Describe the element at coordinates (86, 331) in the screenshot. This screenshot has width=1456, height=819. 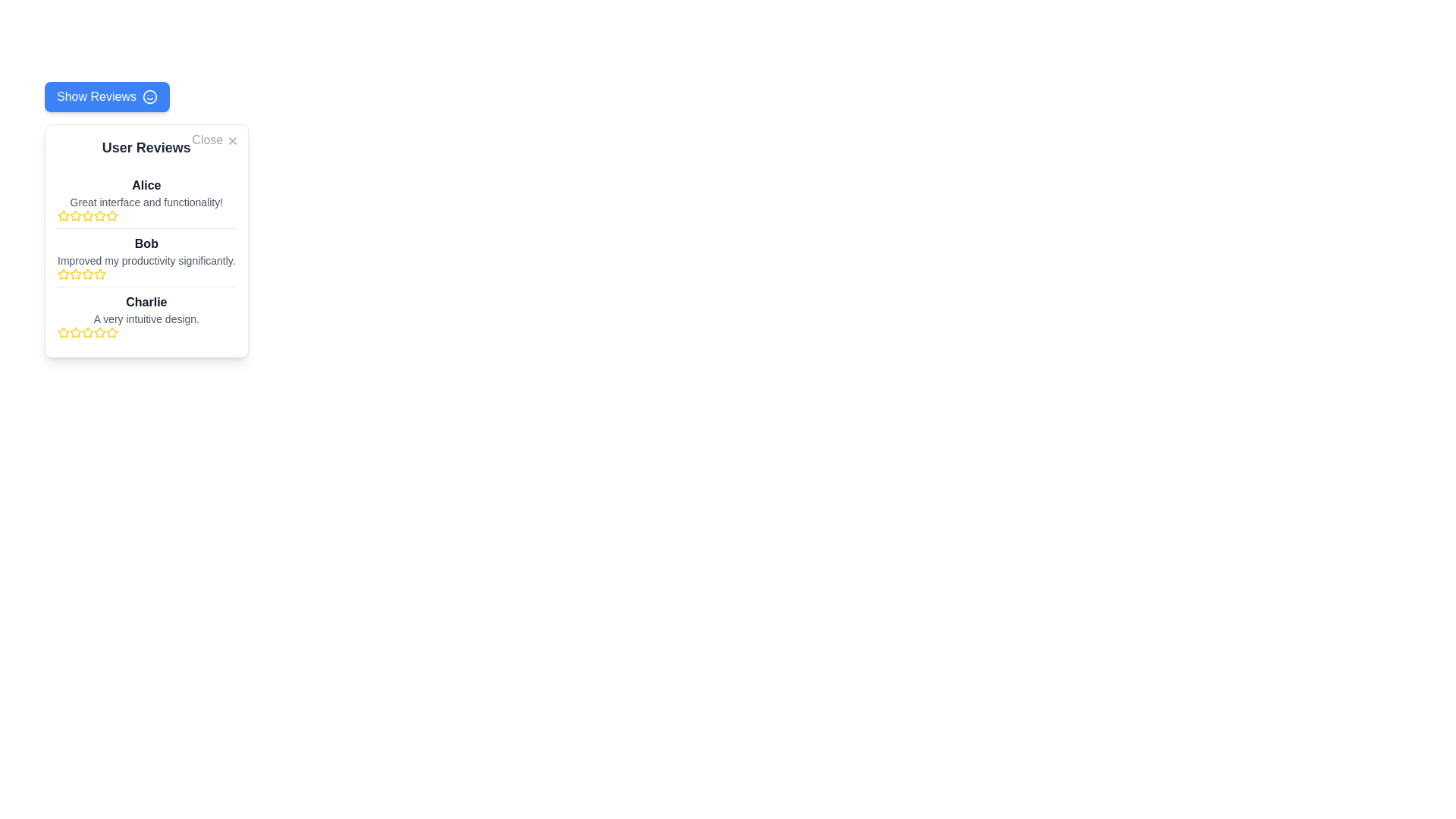
I see `the third yellow star icon in the User Reviews section for Charlie to rate his review` at that location.